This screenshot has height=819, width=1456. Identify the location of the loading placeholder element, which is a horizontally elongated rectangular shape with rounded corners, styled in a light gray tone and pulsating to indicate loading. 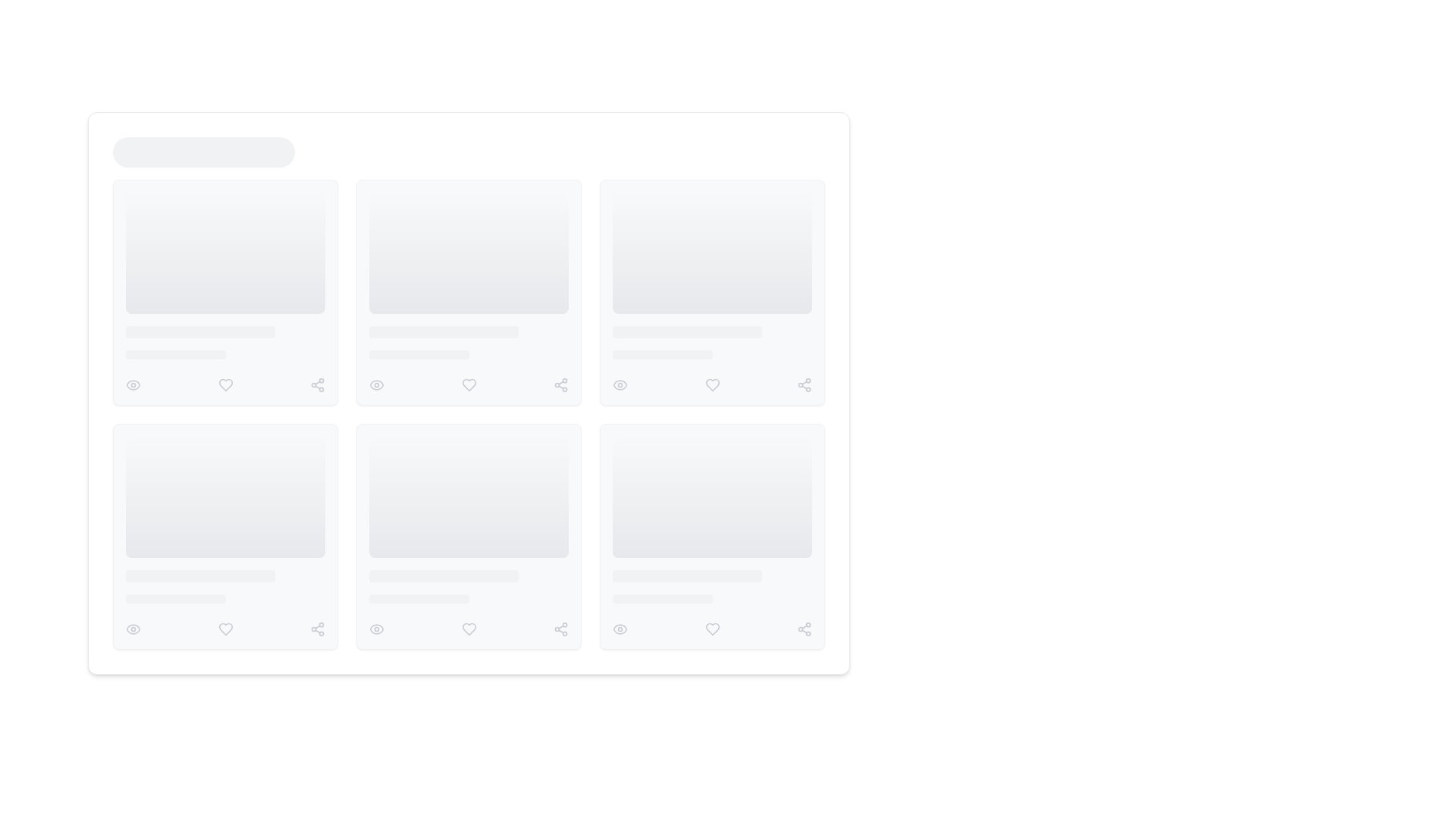
(202, 152).